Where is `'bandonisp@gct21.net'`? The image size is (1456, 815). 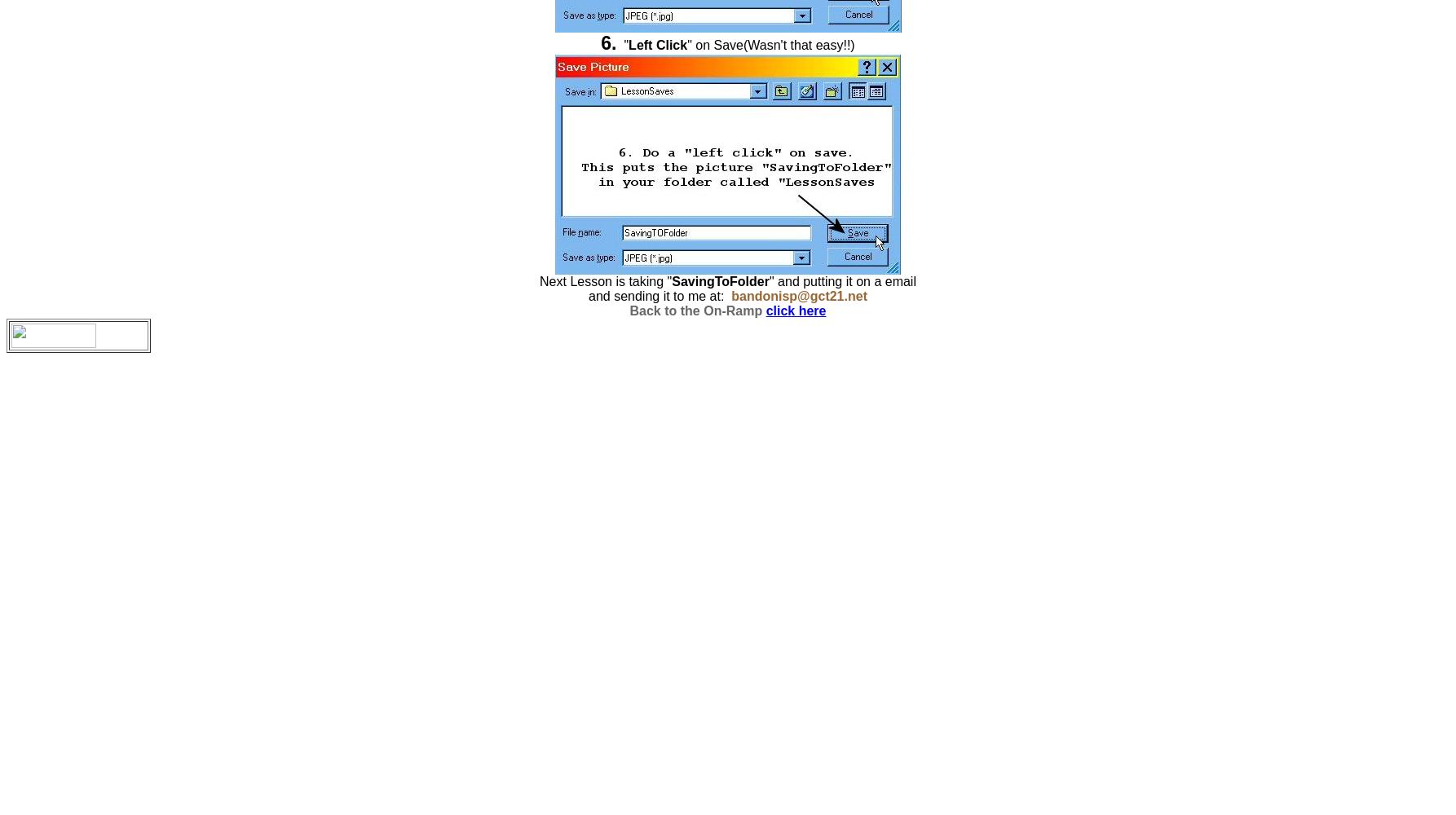 'bandonisp@gct21.net' is located at coordinates (798, 295).